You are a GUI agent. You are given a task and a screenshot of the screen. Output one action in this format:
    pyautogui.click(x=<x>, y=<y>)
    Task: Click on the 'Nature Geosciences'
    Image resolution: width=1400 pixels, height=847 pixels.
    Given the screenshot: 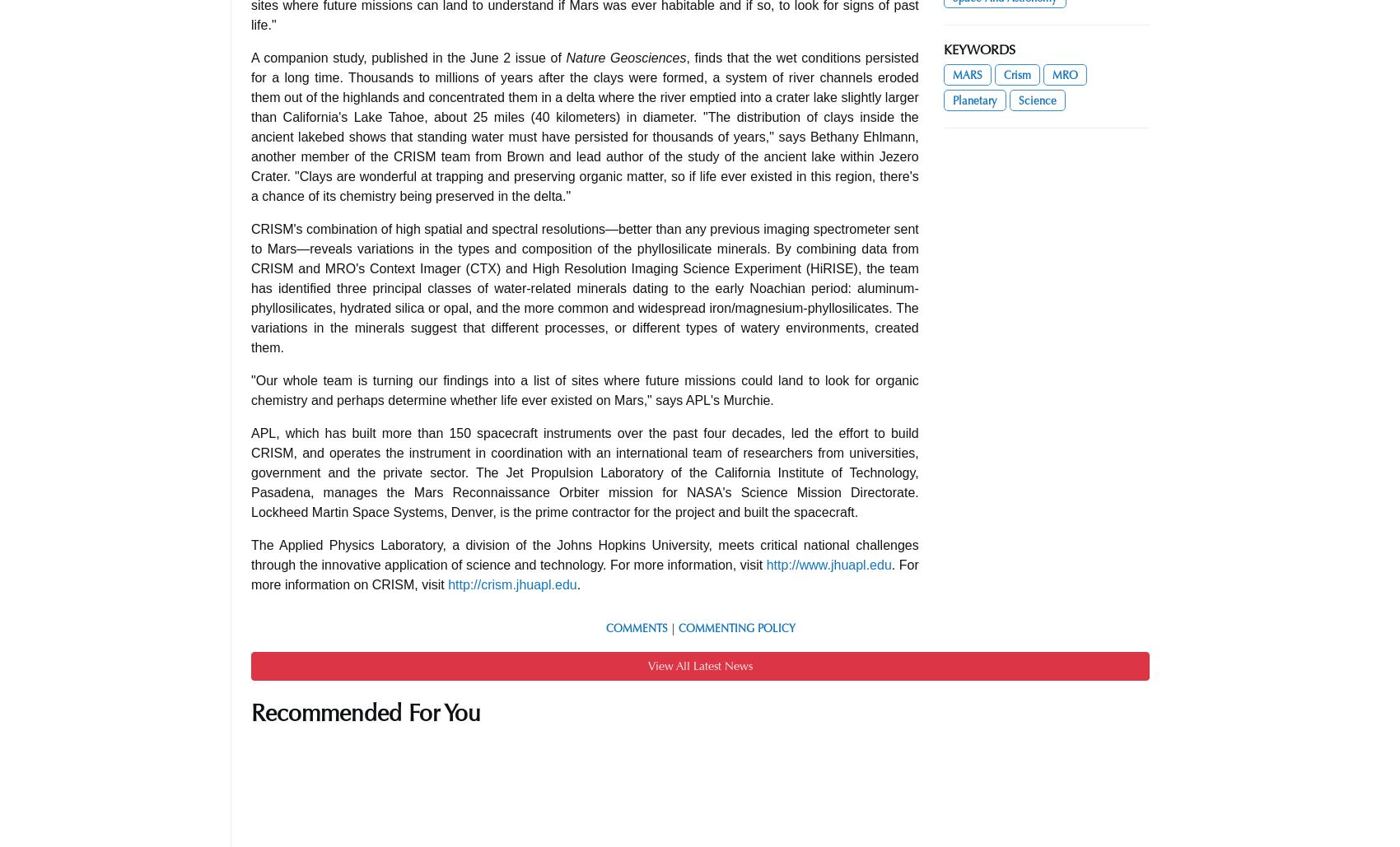 What is the action you would take?
    pyautogui.click(x=625, y=57)
    